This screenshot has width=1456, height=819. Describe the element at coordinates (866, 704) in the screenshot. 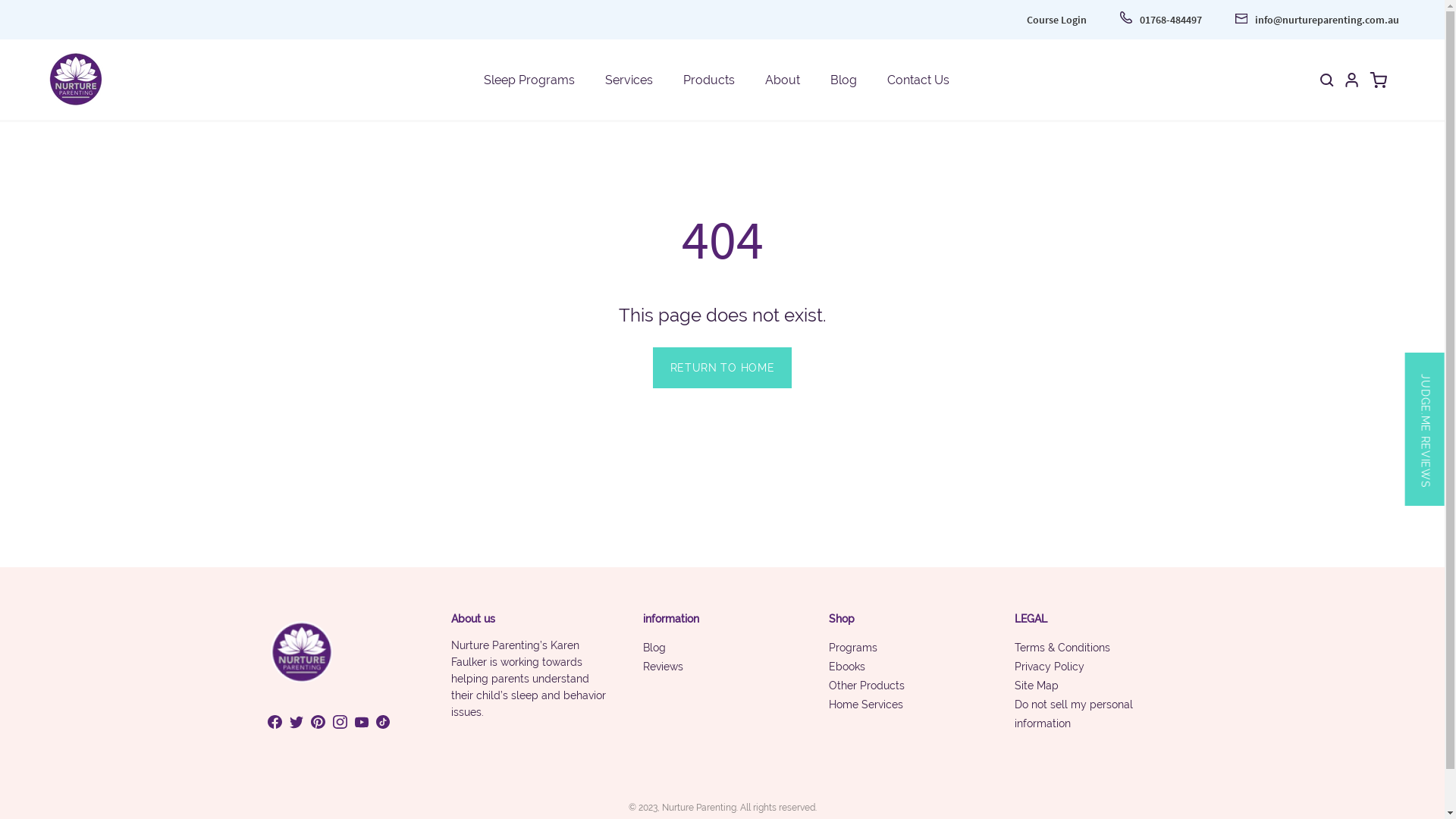

I see `'Home Services'` at that location.